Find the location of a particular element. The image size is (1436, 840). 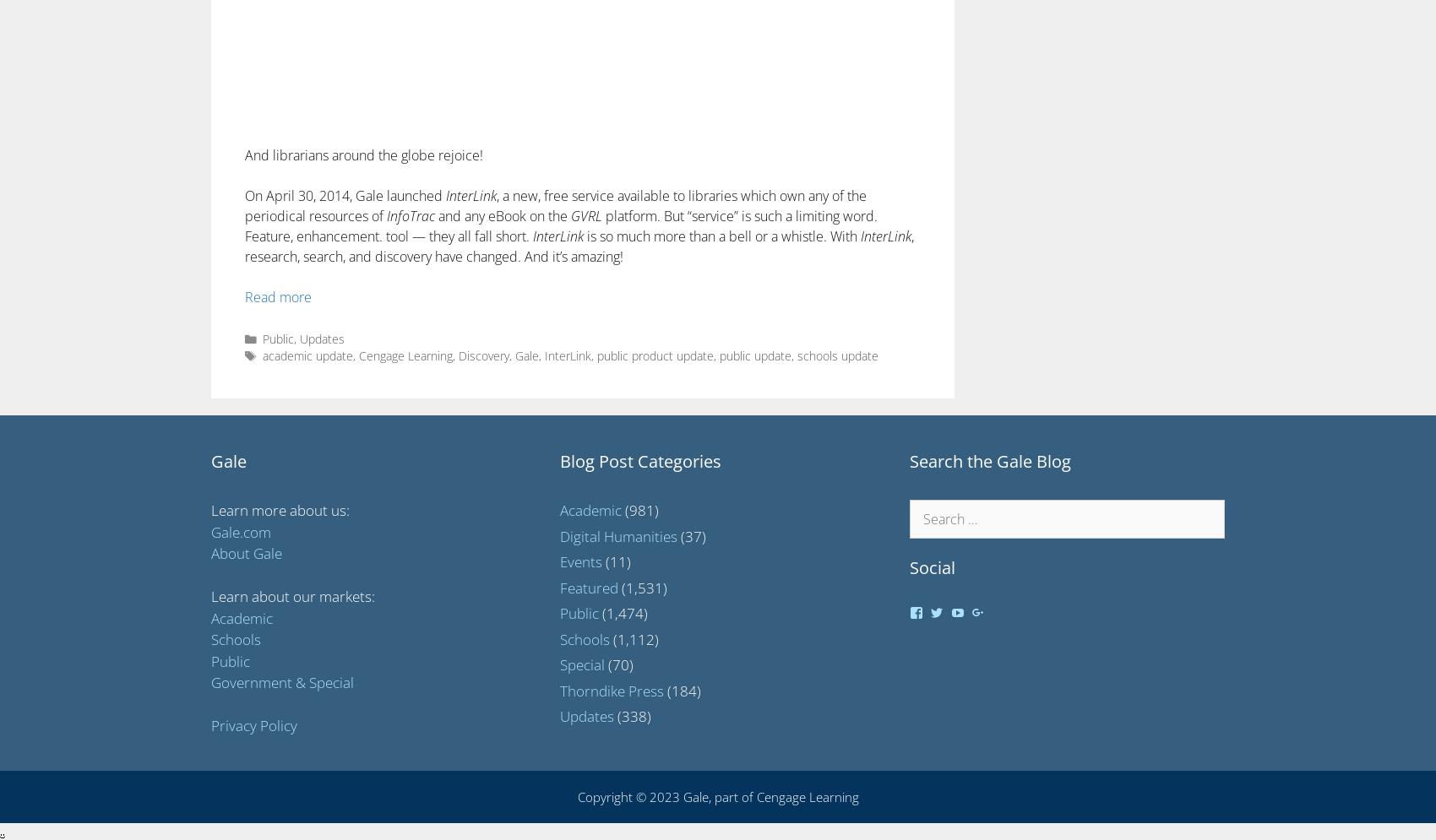

'Thorndike Press' is located at coordinates (612, 689).